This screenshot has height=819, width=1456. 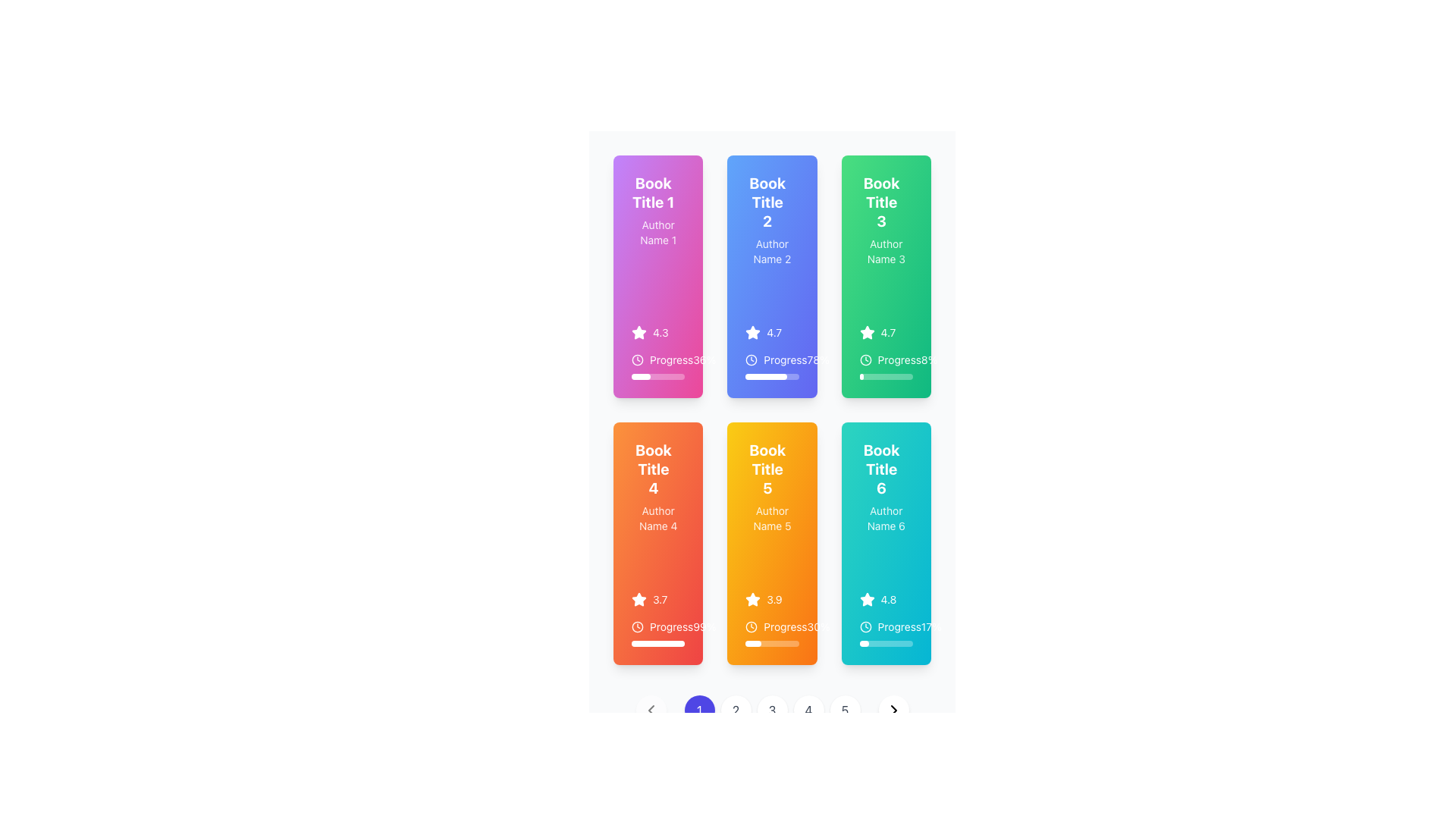 What do you see at coordinates (886, 517) in the screenshot?
I see `the Text label displaying the author's name associated with the book in the card, located in the third column of the second row, just below 'Book Title 6'` at bounding box center [886, 517].